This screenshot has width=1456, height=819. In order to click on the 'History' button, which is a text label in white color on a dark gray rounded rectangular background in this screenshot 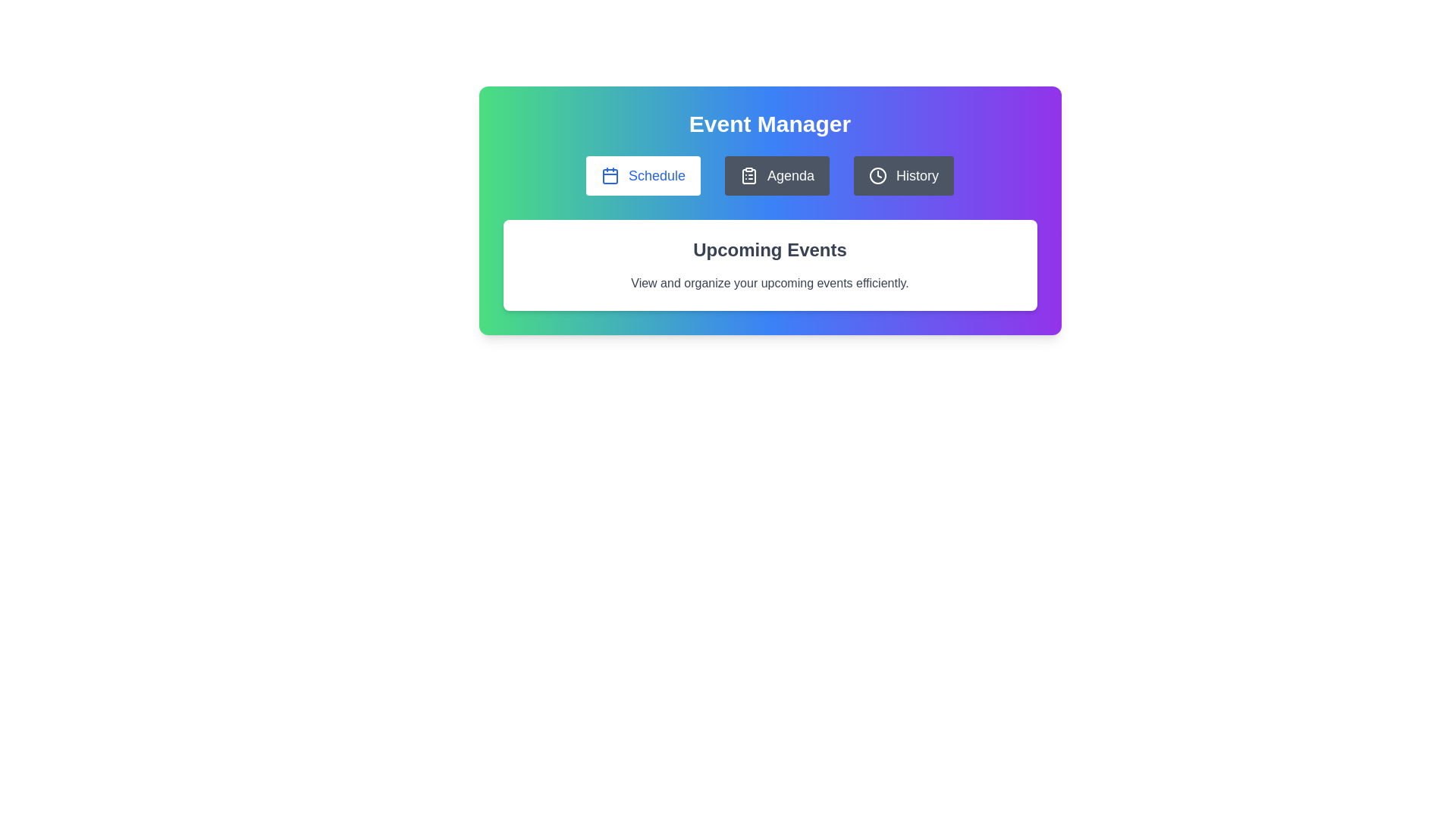, I will do `click(916, 174)`.